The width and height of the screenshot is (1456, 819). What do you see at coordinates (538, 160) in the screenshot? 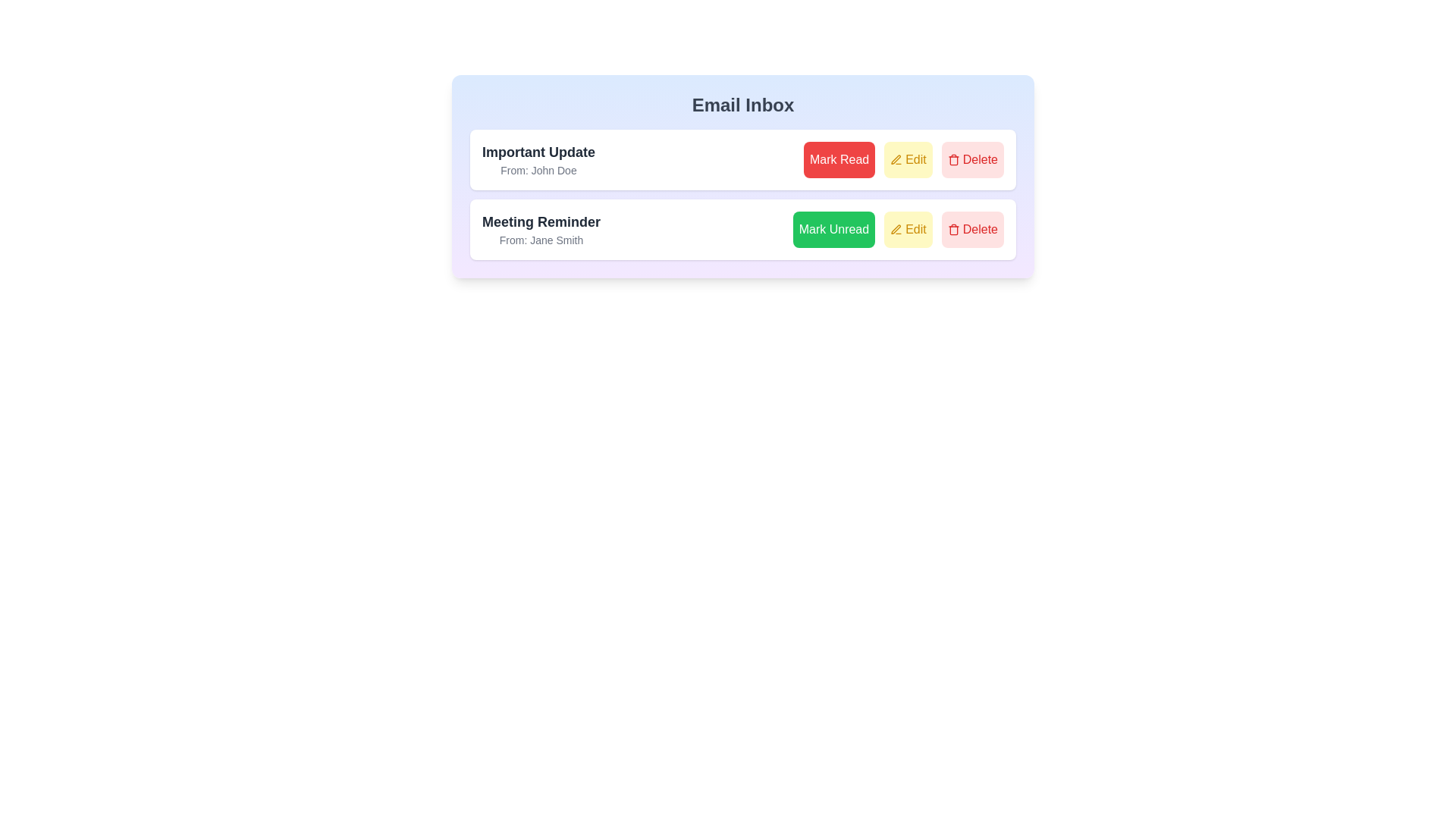
I see `the email item to view its subject and sender information` at bounding box center [538, 160].